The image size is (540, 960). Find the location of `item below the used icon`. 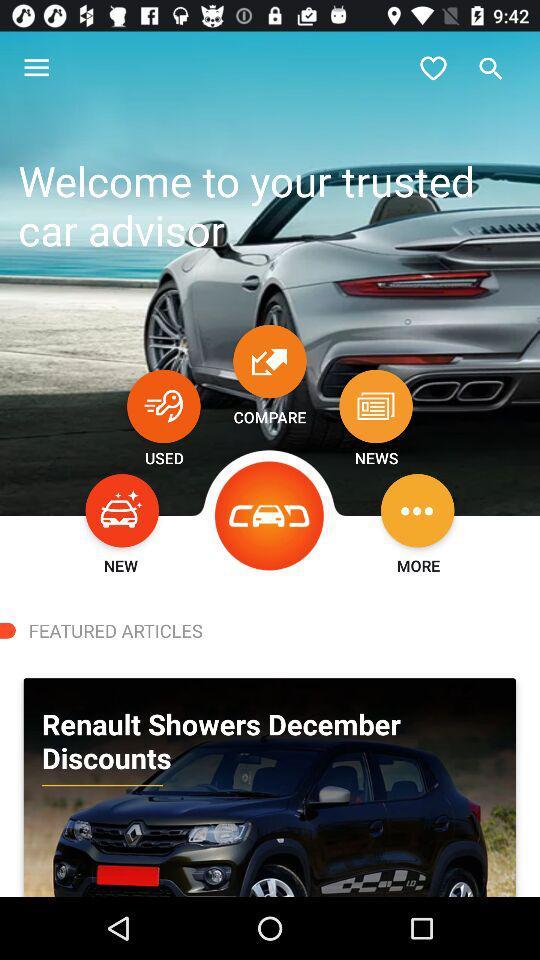

item below the used icon is located at coordinates (122, 509).